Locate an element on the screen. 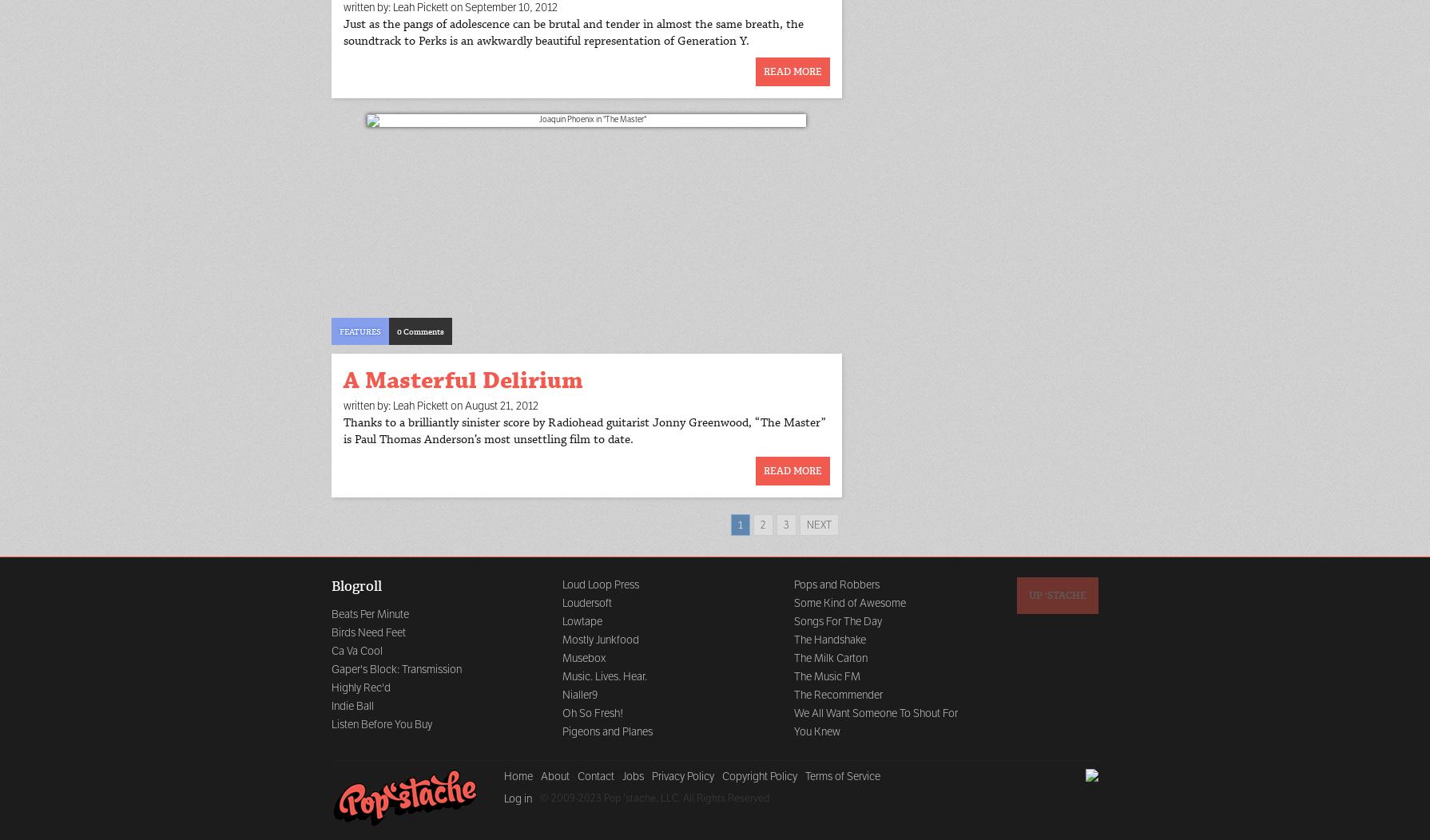 This screenshot has width=1430, height=840. 'Loud Loop Press' is located at coordinates (599, 584).